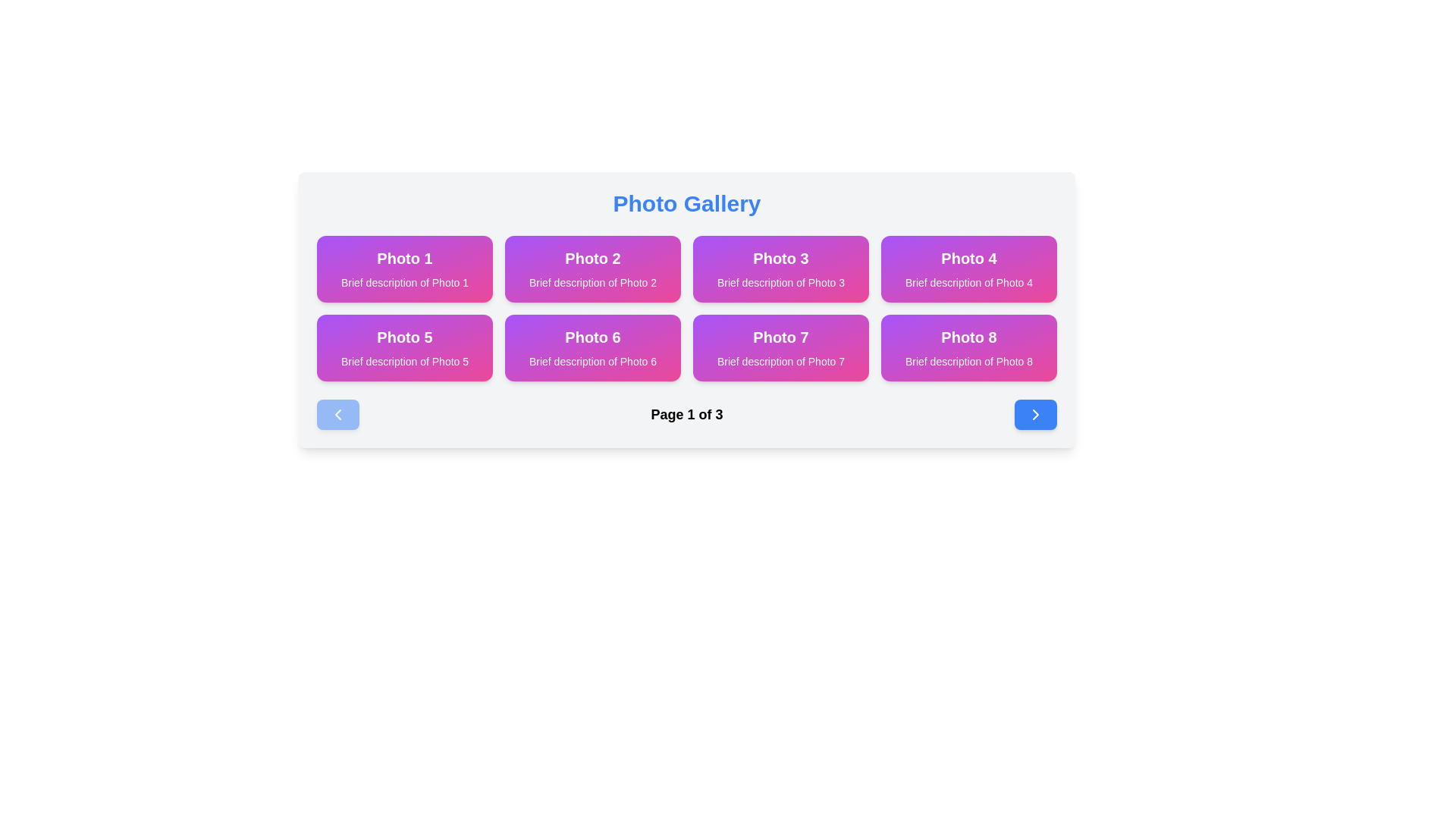  What do you see at coordinates (781, 336) in the screenshot?
I see `the bold text label 'Photo 7' which is displayed on a purple-to-pink gradient background within a card component located in the second row, third column of the grid layout` at bounding box center [781, 336].